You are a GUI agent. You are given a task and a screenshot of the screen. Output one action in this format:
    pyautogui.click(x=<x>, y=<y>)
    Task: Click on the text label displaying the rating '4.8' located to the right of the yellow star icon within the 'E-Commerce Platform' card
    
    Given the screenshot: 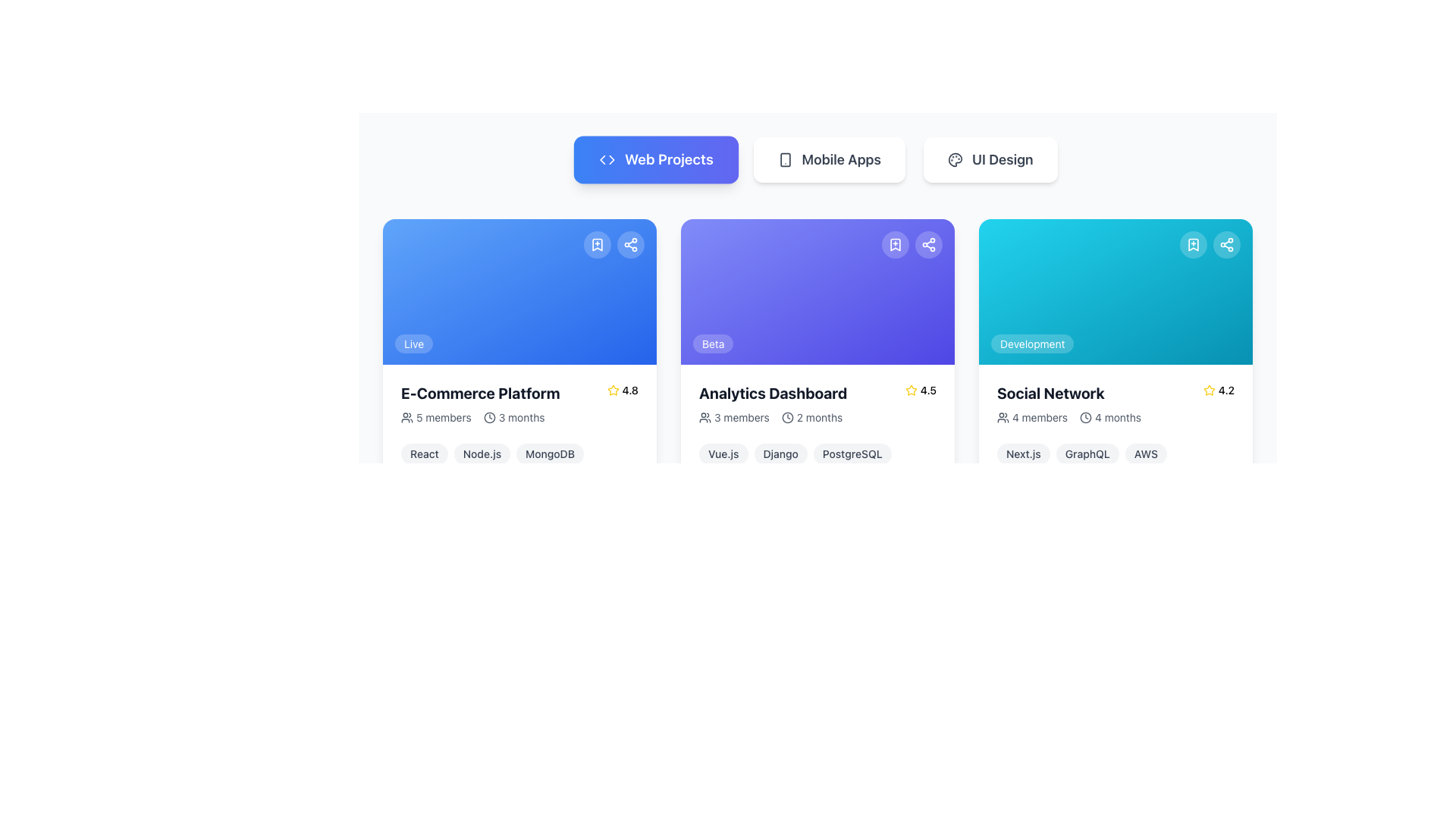 What is the action you would take?
    pyautogui.click(x=630, y=390)
    